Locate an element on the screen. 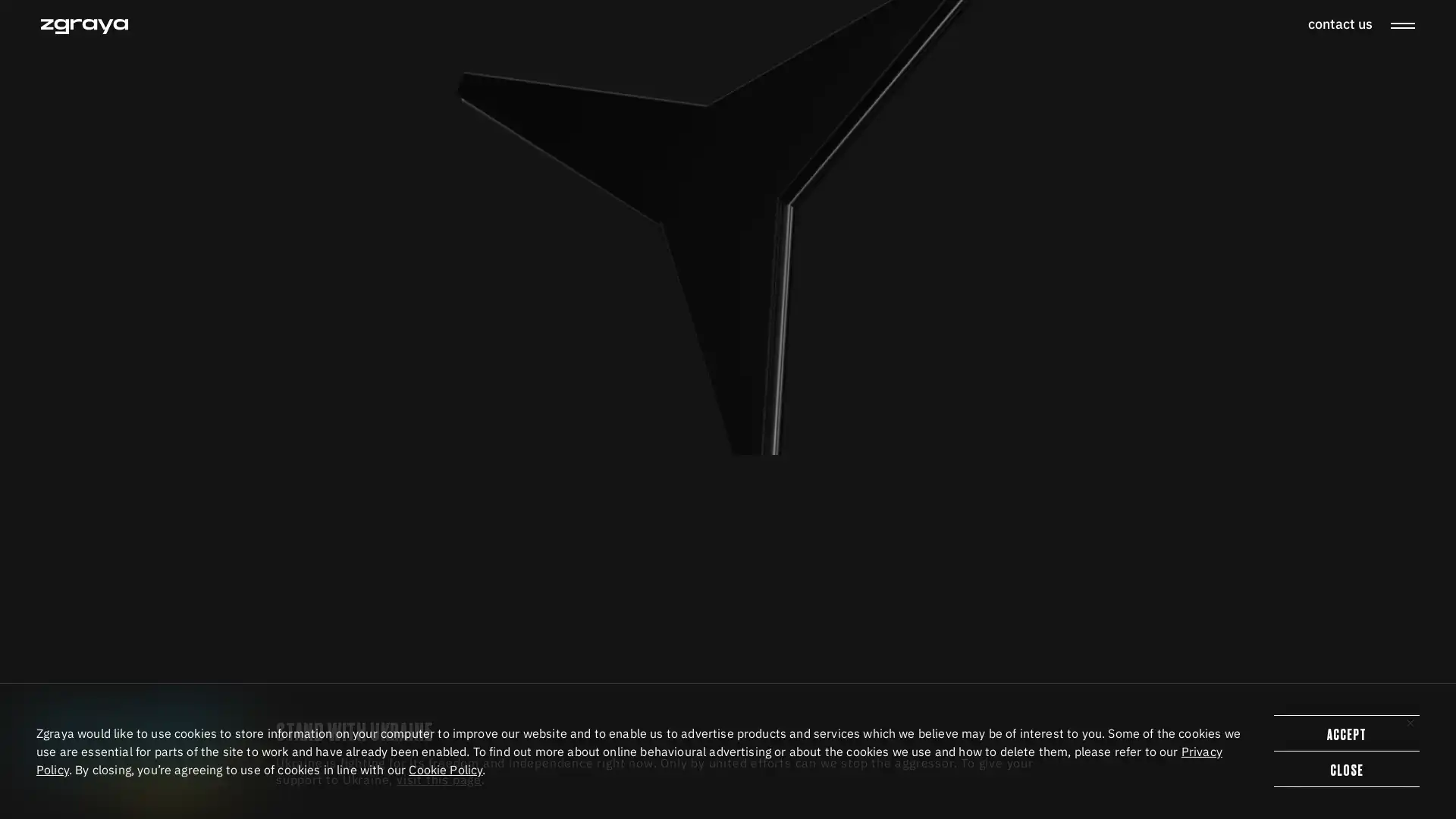 This screenshot has width=1456, height=819. deny cookies is located at coordinates (1347, 769).